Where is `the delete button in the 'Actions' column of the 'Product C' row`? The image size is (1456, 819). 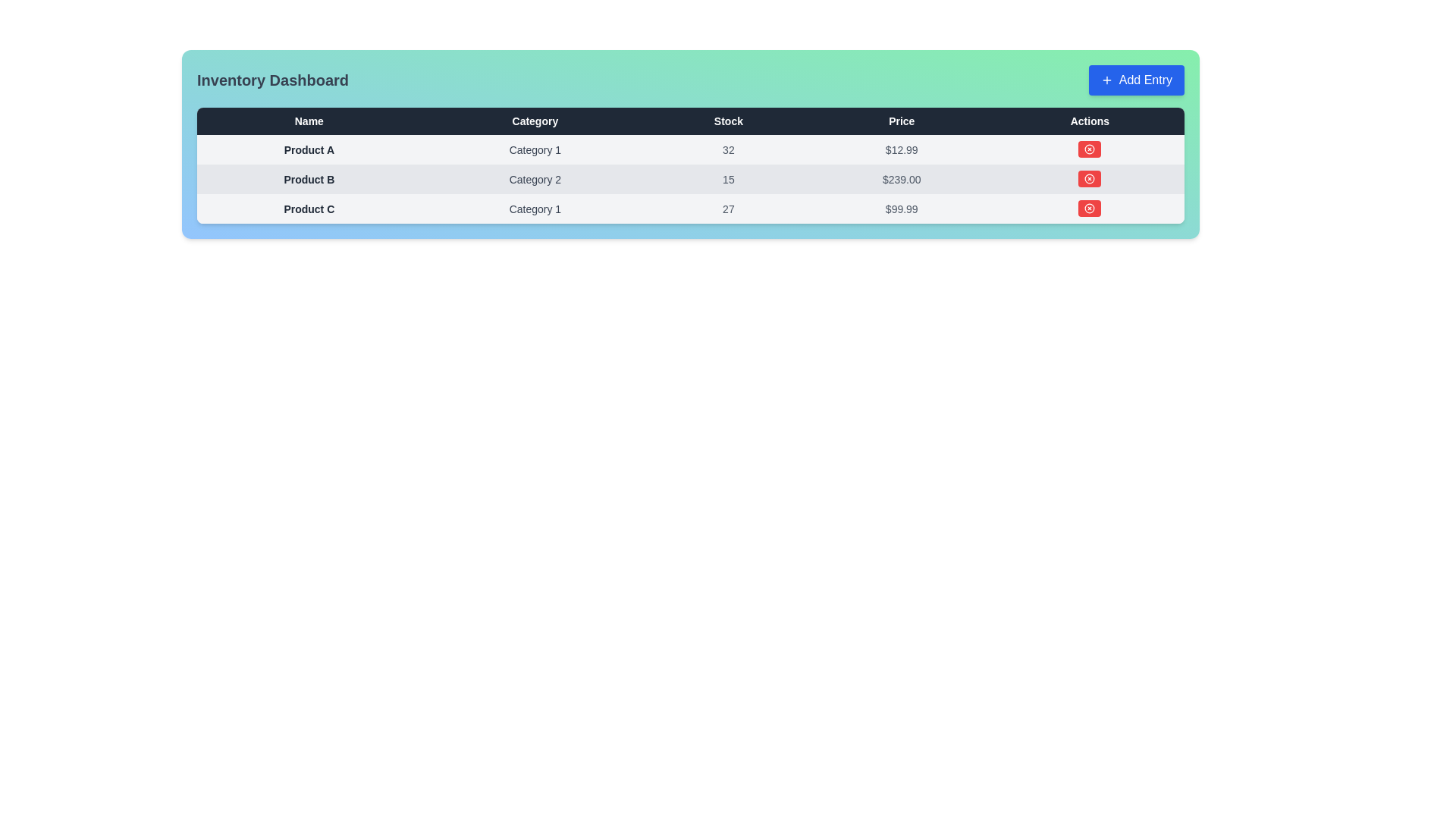
the delete button in the 'Actions' column of the 'Product C' row is located at coordinates (1089, 209).